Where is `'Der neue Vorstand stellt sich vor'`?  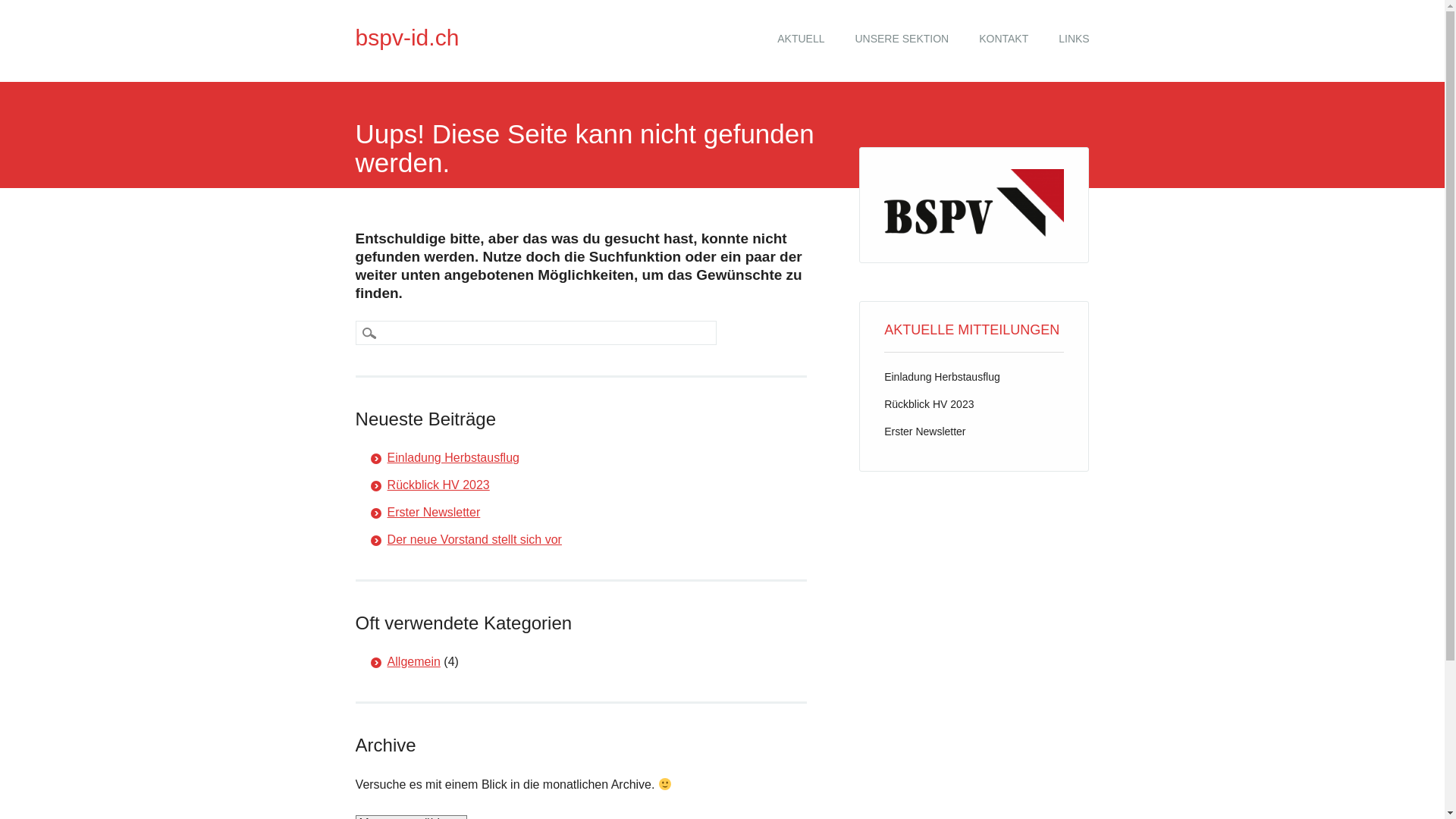
'Der neue Vorstand stellt sich vor' is located at coordinates (473, 538).